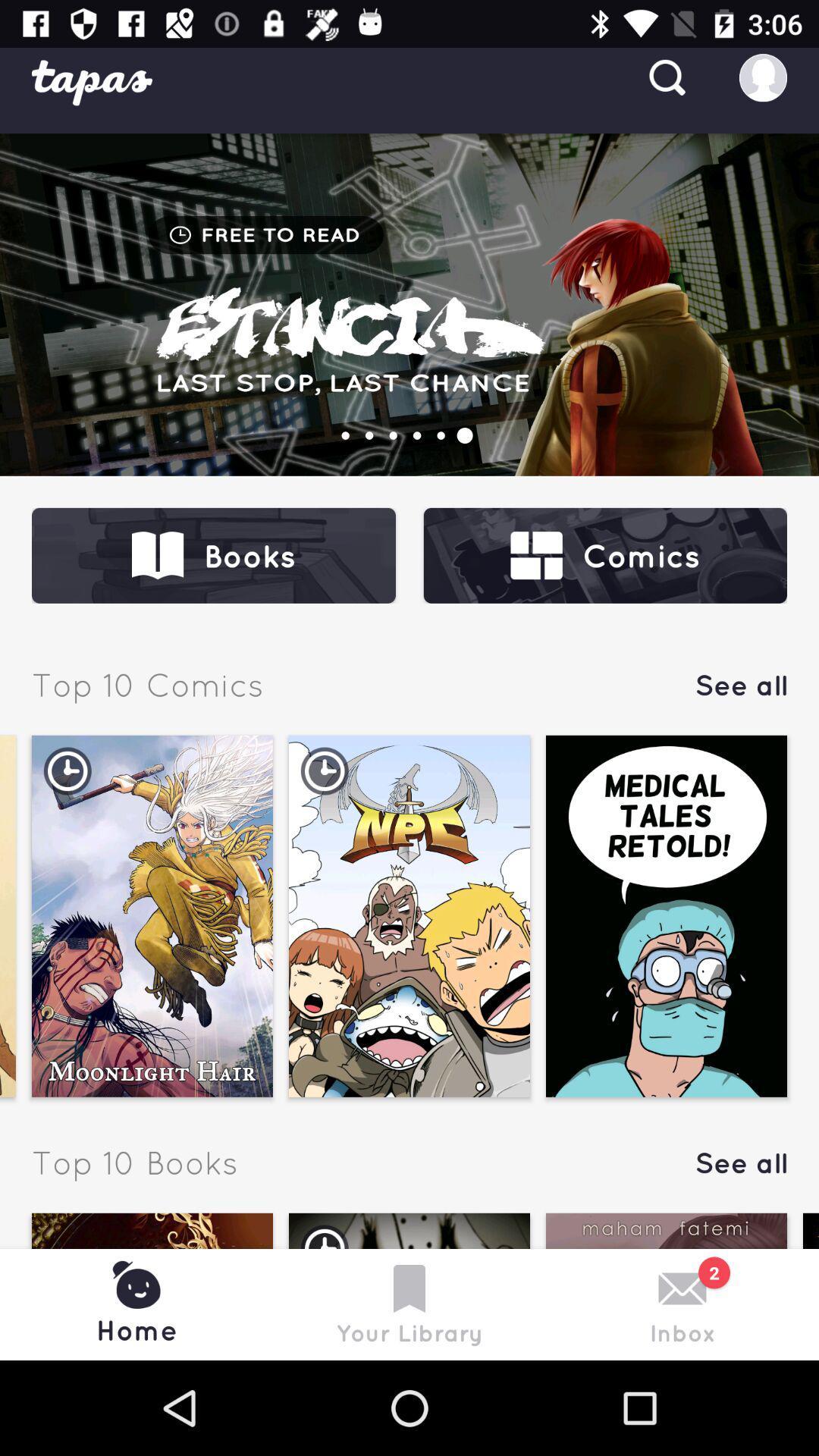 The height and width of the screenshot is (1456, 819). Describe the element at coordinates (324, 771) in the screenshot. I see `second image timer` at that location.